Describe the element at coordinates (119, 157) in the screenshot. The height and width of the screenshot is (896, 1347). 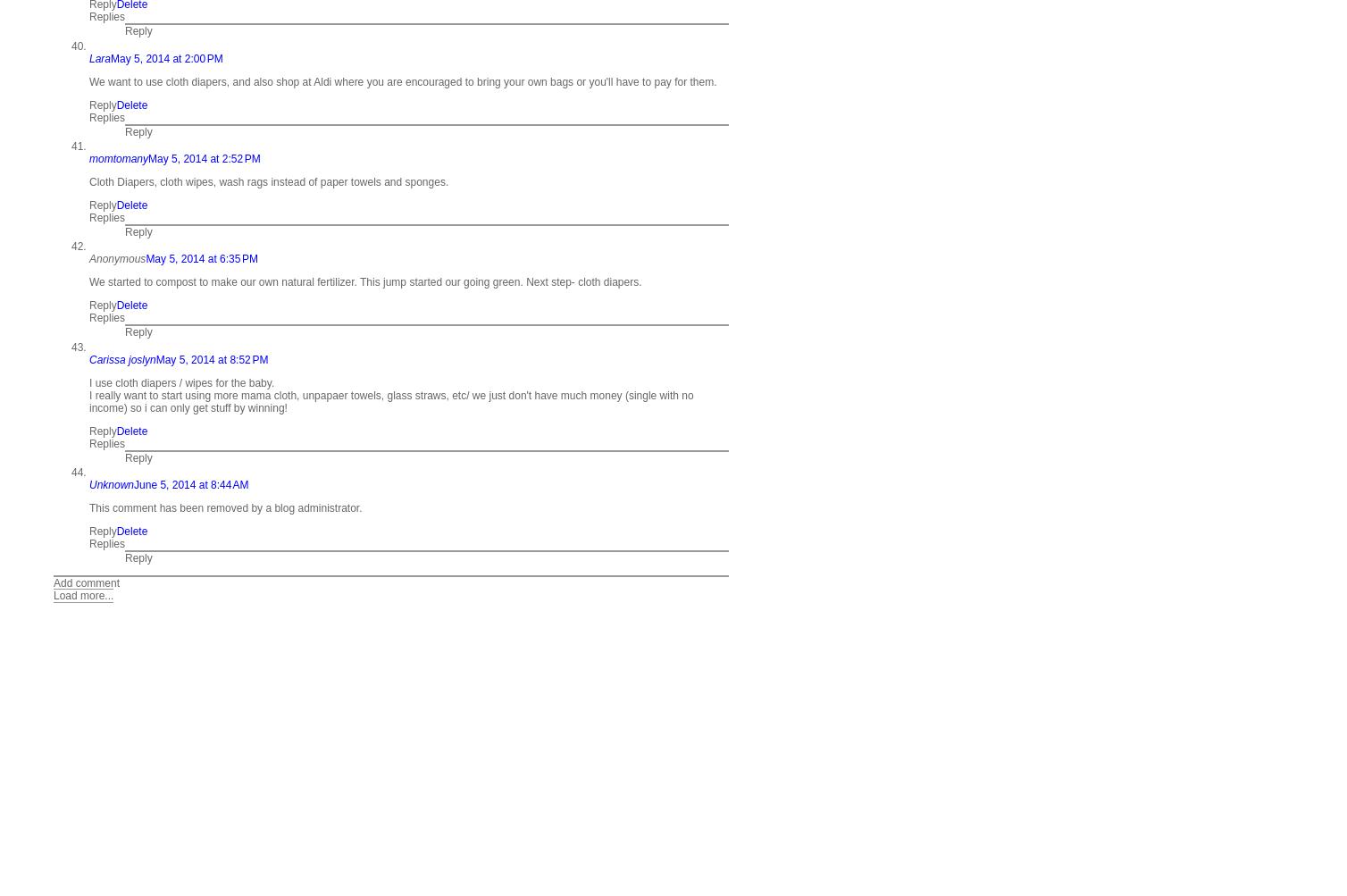
I see `'momtomany'` at that location.